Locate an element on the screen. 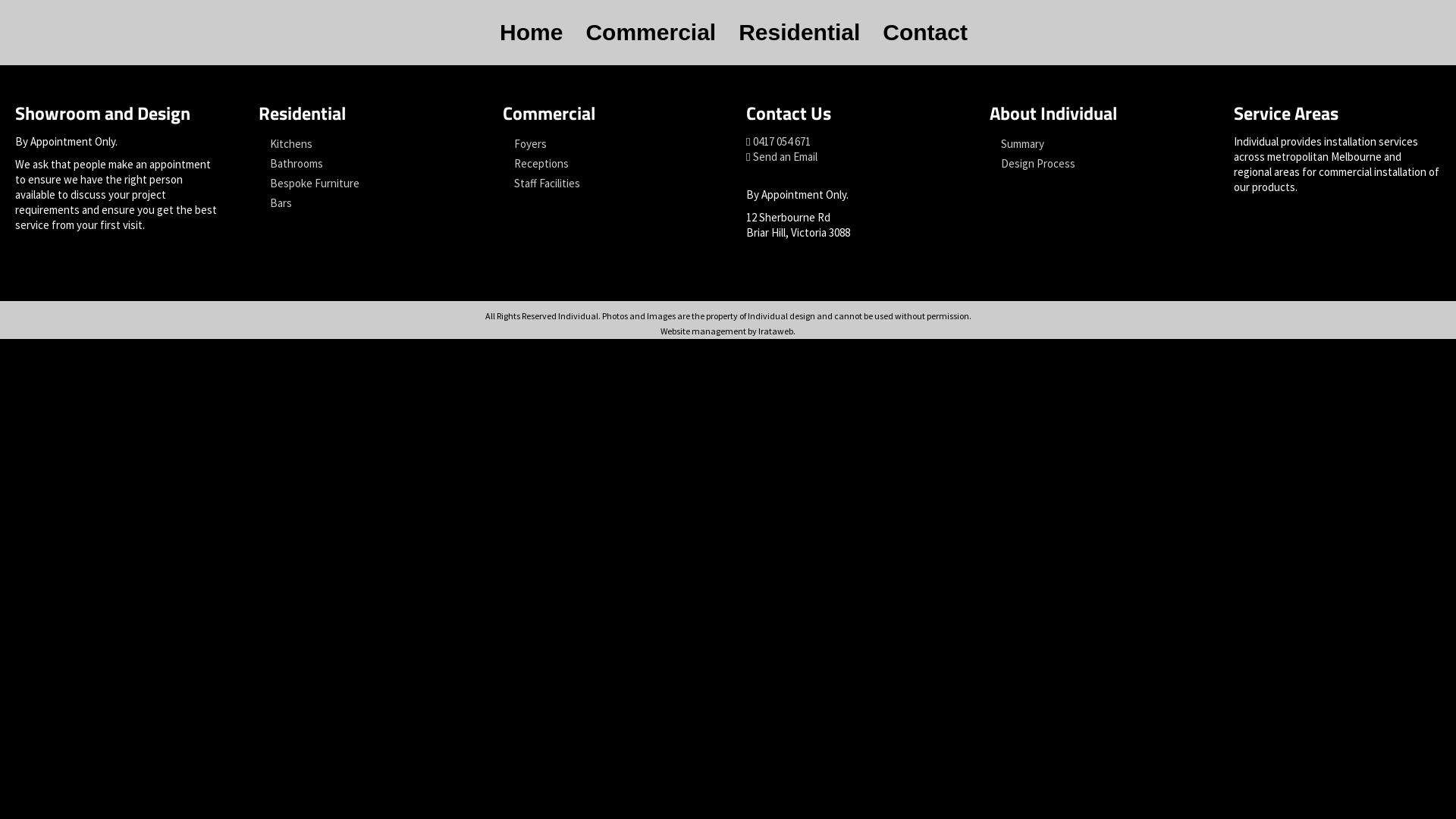  'Send an Email' is located at coordinates (785, 156).